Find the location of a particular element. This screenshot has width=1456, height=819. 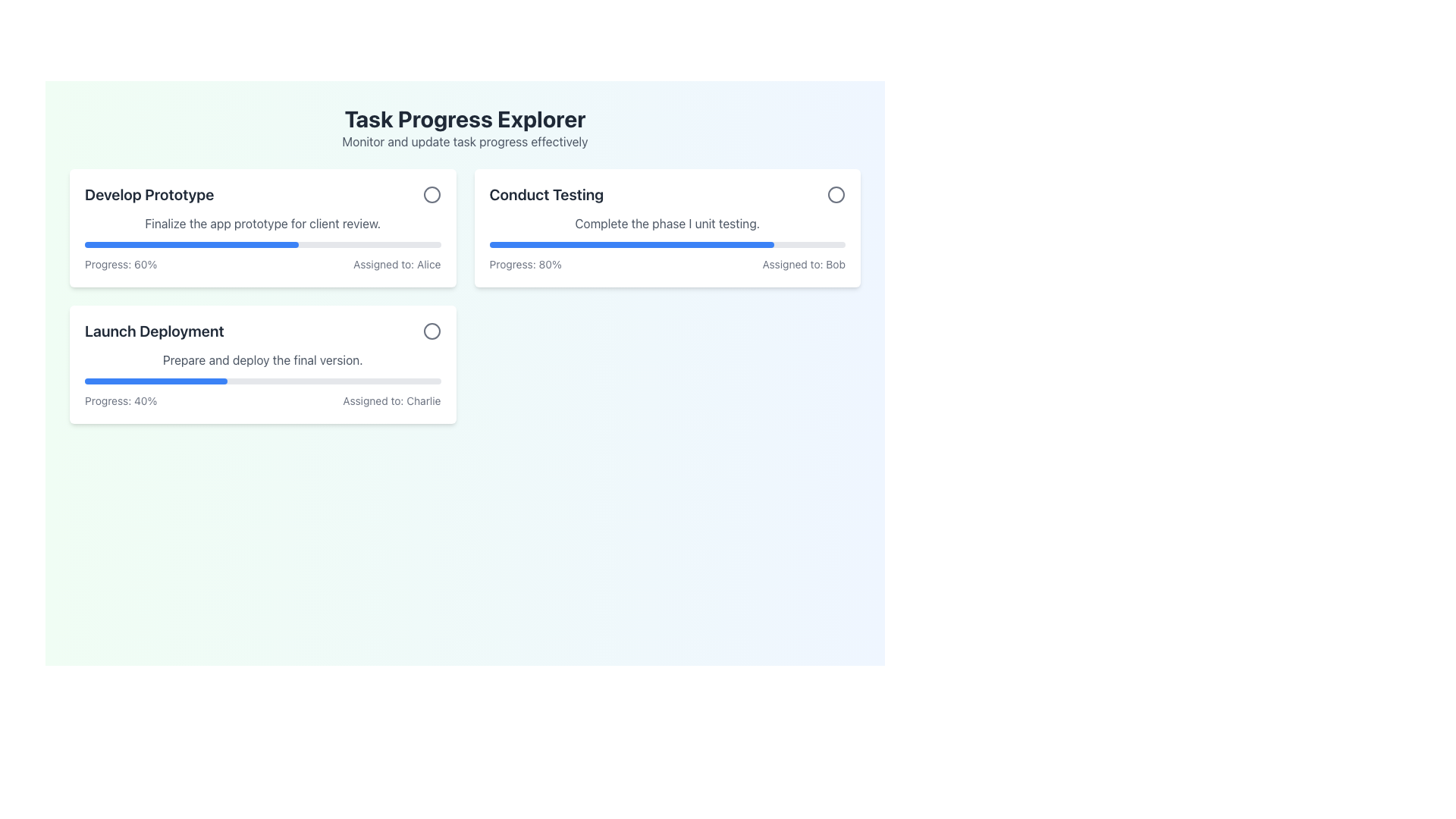

text heading that serves as the title for the second card in the vertically stacked layout, located between the 'Develop Prototype' card and the progress bar is located at coordinates (154, 330).